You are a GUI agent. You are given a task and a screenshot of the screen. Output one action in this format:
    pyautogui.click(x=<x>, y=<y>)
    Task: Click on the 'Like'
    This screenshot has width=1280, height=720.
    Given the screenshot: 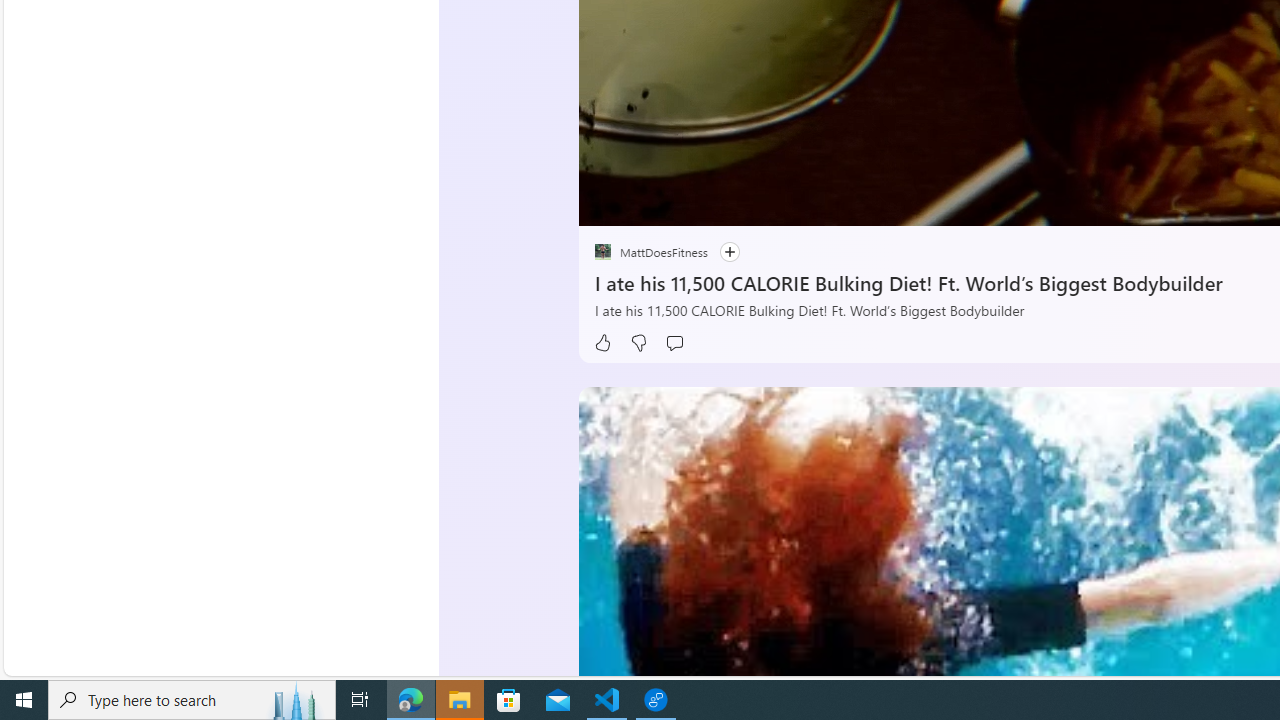 What is the action you would take?
    pyautogui.click(x=601, y=342)
    